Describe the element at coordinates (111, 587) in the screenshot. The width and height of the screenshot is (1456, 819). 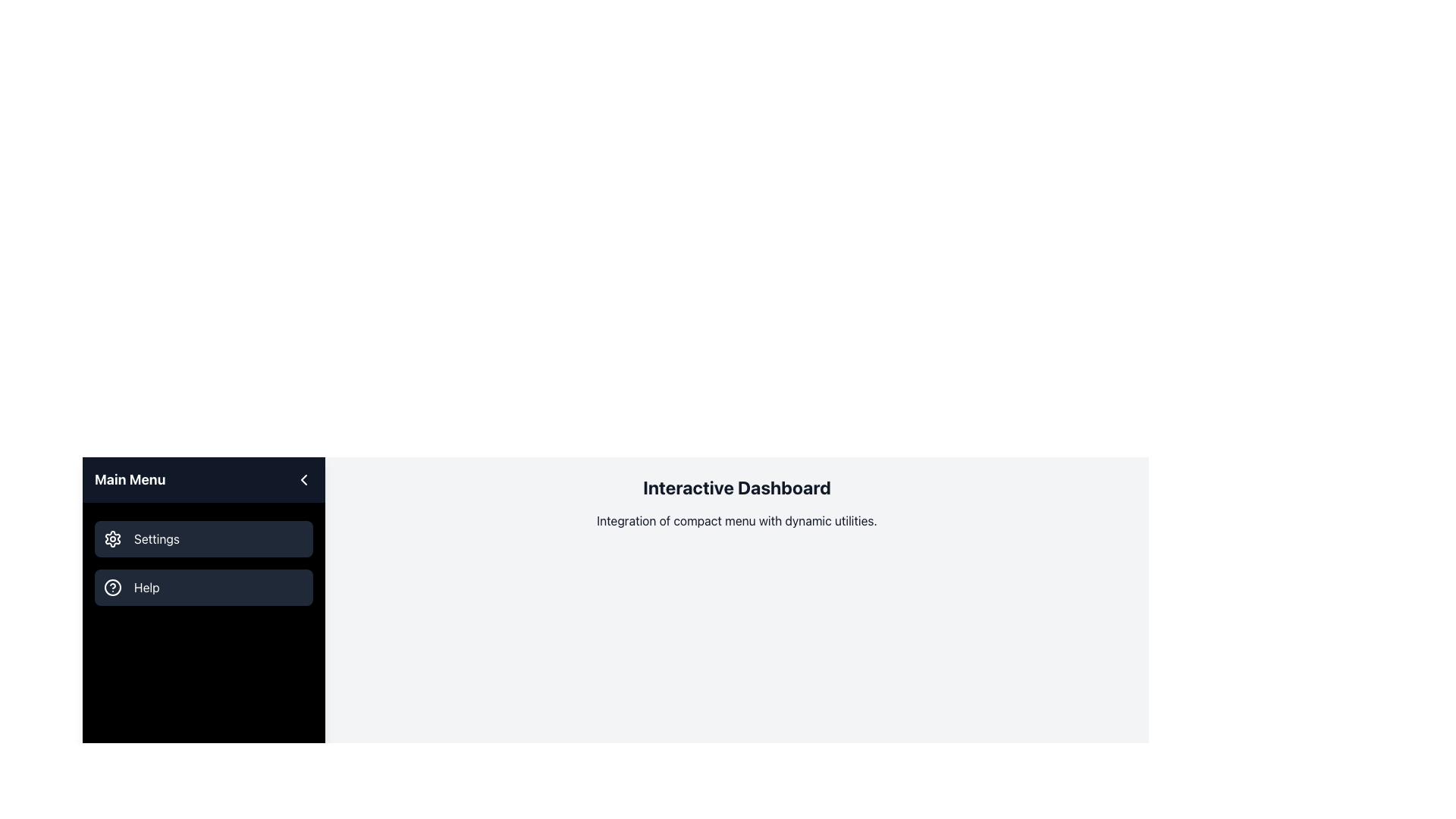
I see `the circular icon with a question mark in its center, located in the left navigation menu under 'Main Menu', next to 'Help'` at that location.